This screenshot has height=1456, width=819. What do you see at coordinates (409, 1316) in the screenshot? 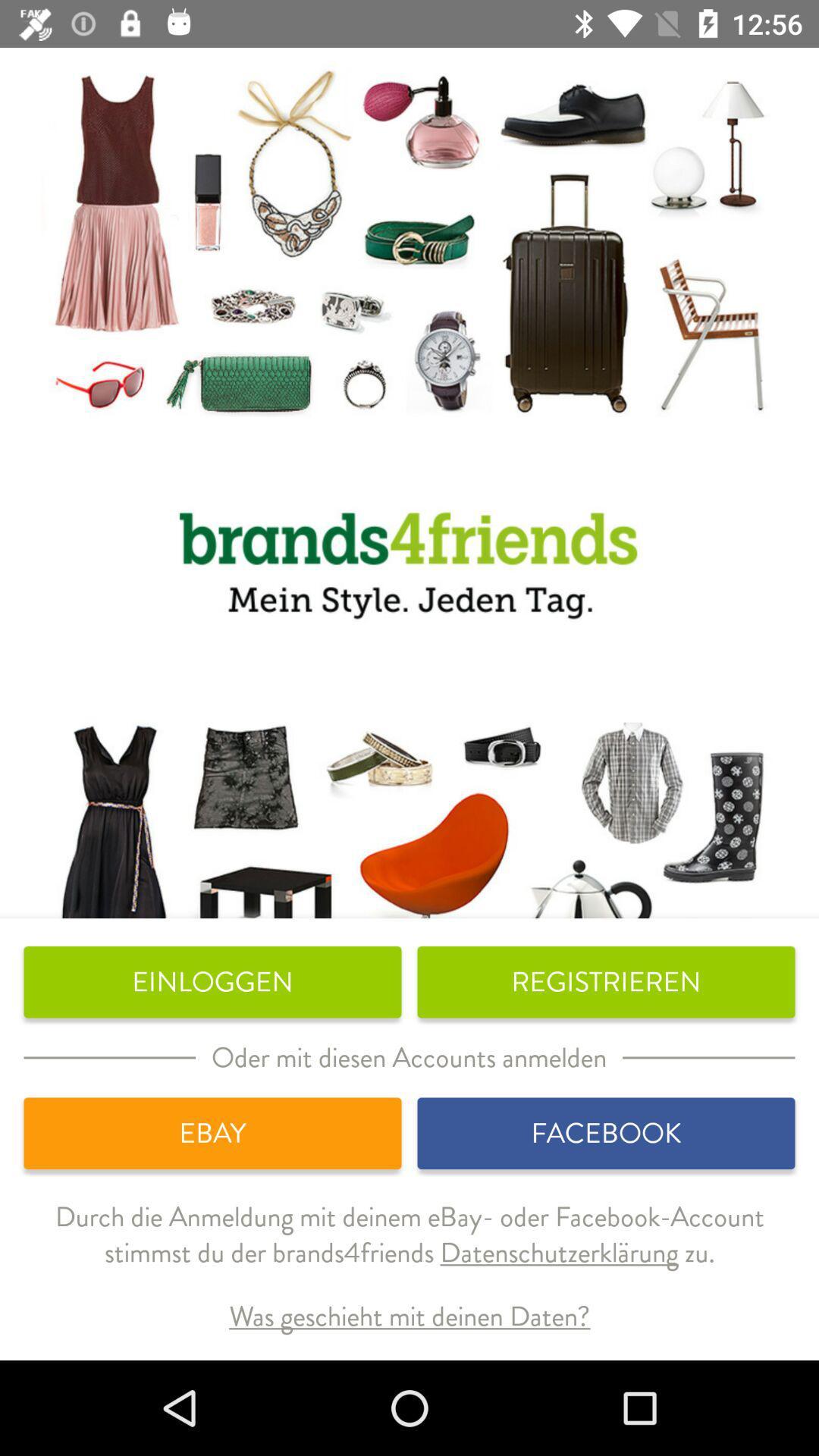
I see `item below the durch die anmeldung item` at bounding box center [409, 1316].